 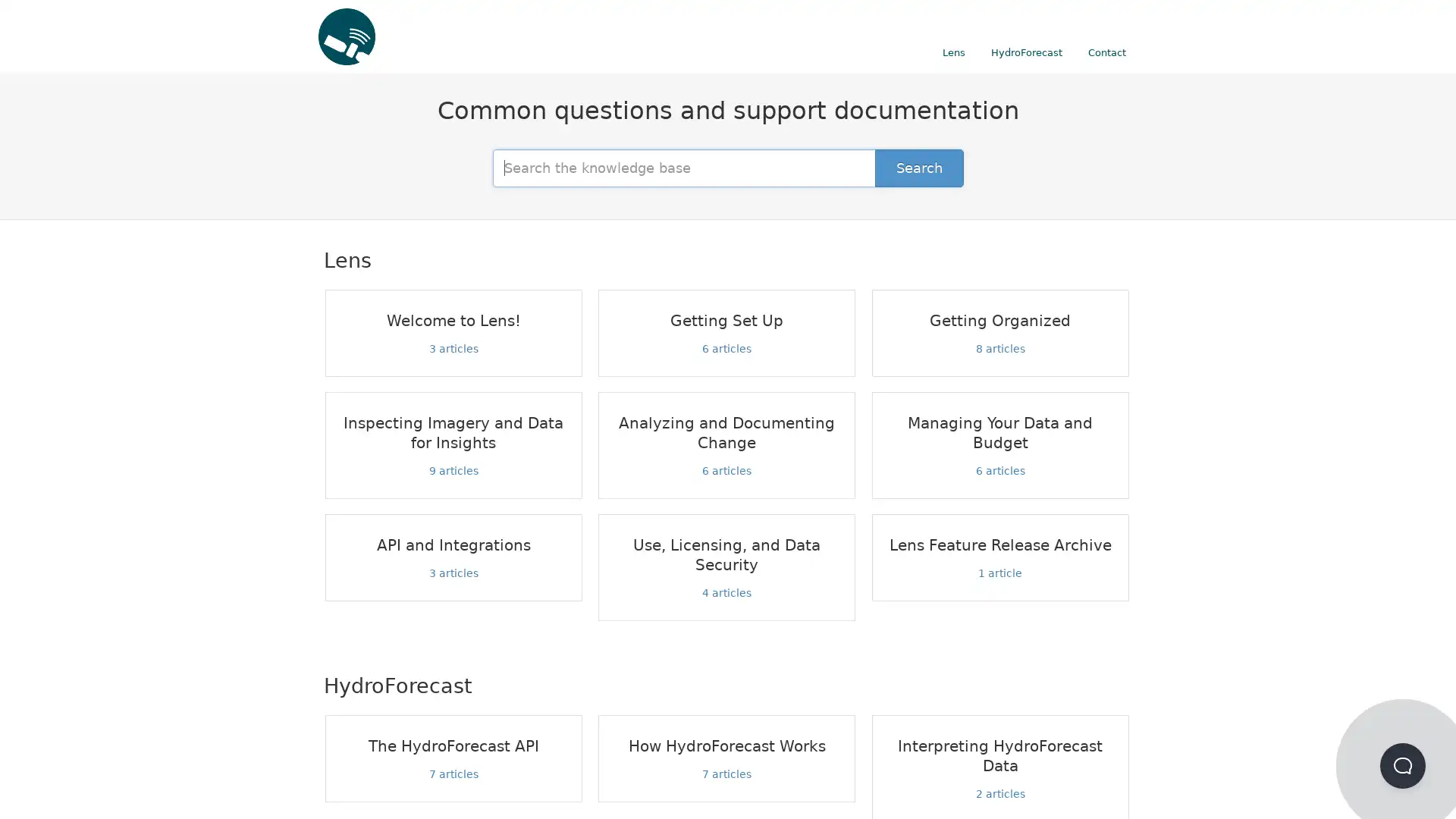 I want to click on Search, so click(x=918, y=167).